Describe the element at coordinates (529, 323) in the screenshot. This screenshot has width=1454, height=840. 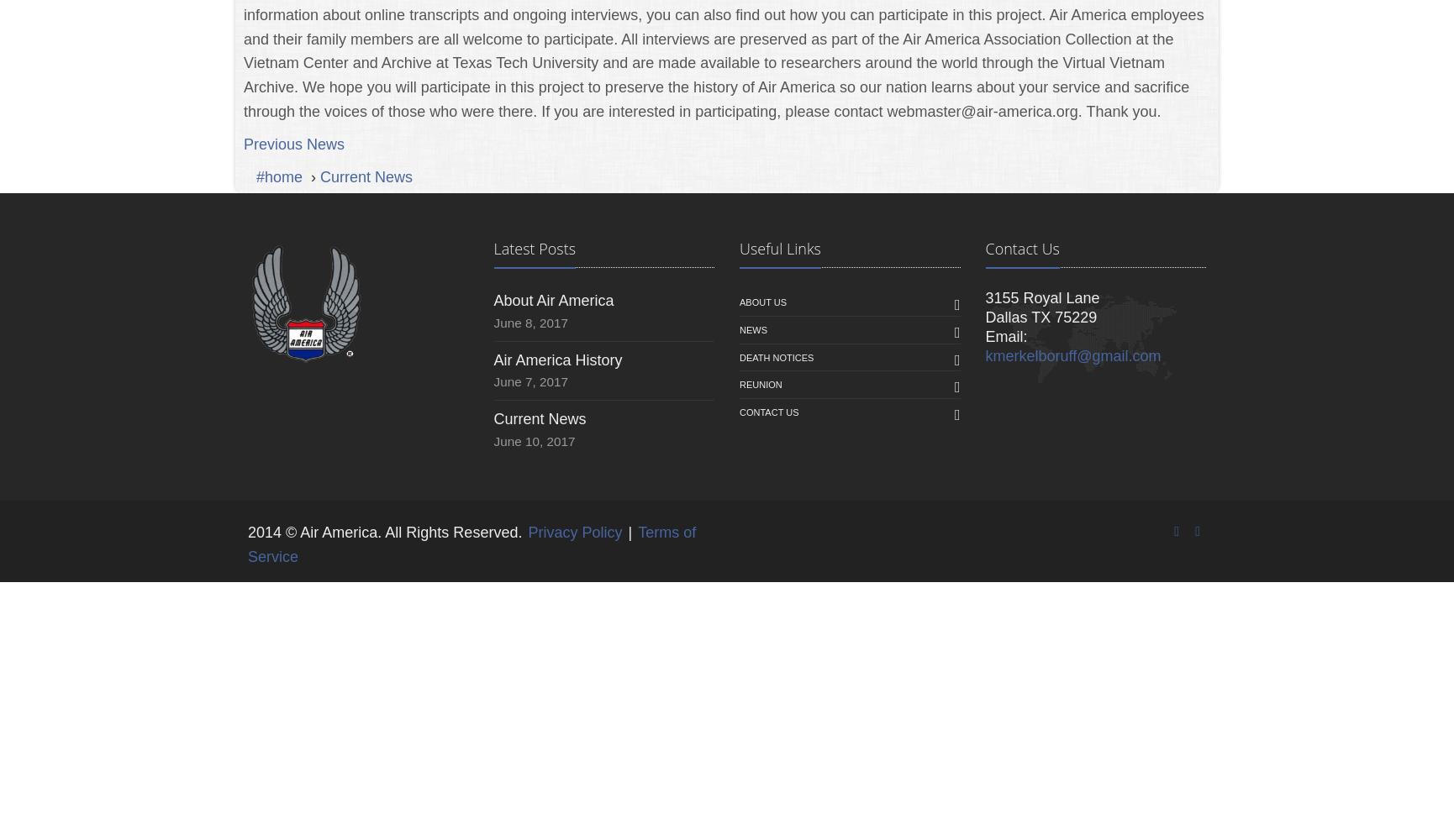
I see `'June 8, 2017'` at that location.